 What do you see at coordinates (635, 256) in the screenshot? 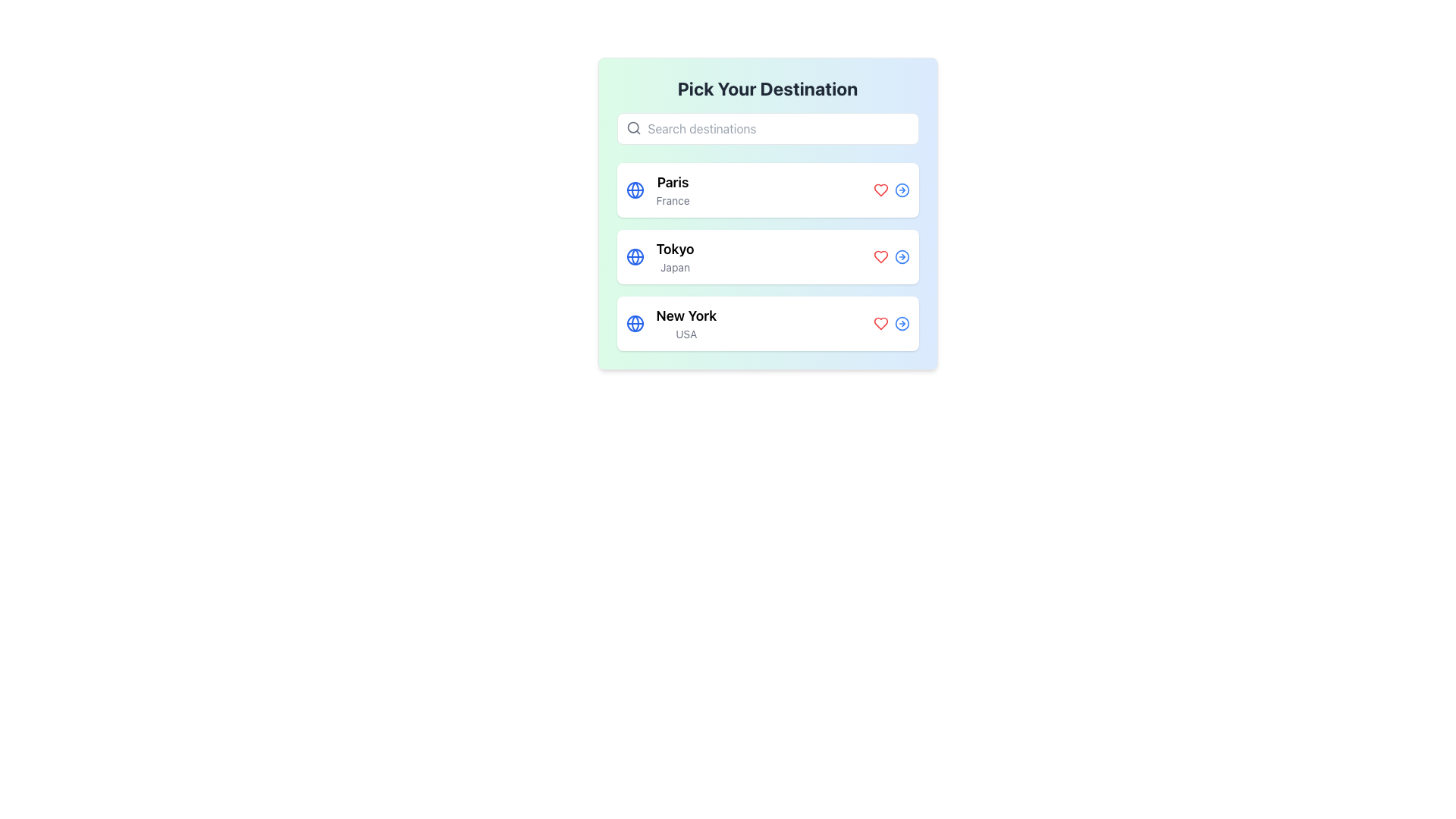
I see `the globe icon representing 'Tokyo, Japan' in the 'Pick Your Destination' list` at bounding box center [635, 256].